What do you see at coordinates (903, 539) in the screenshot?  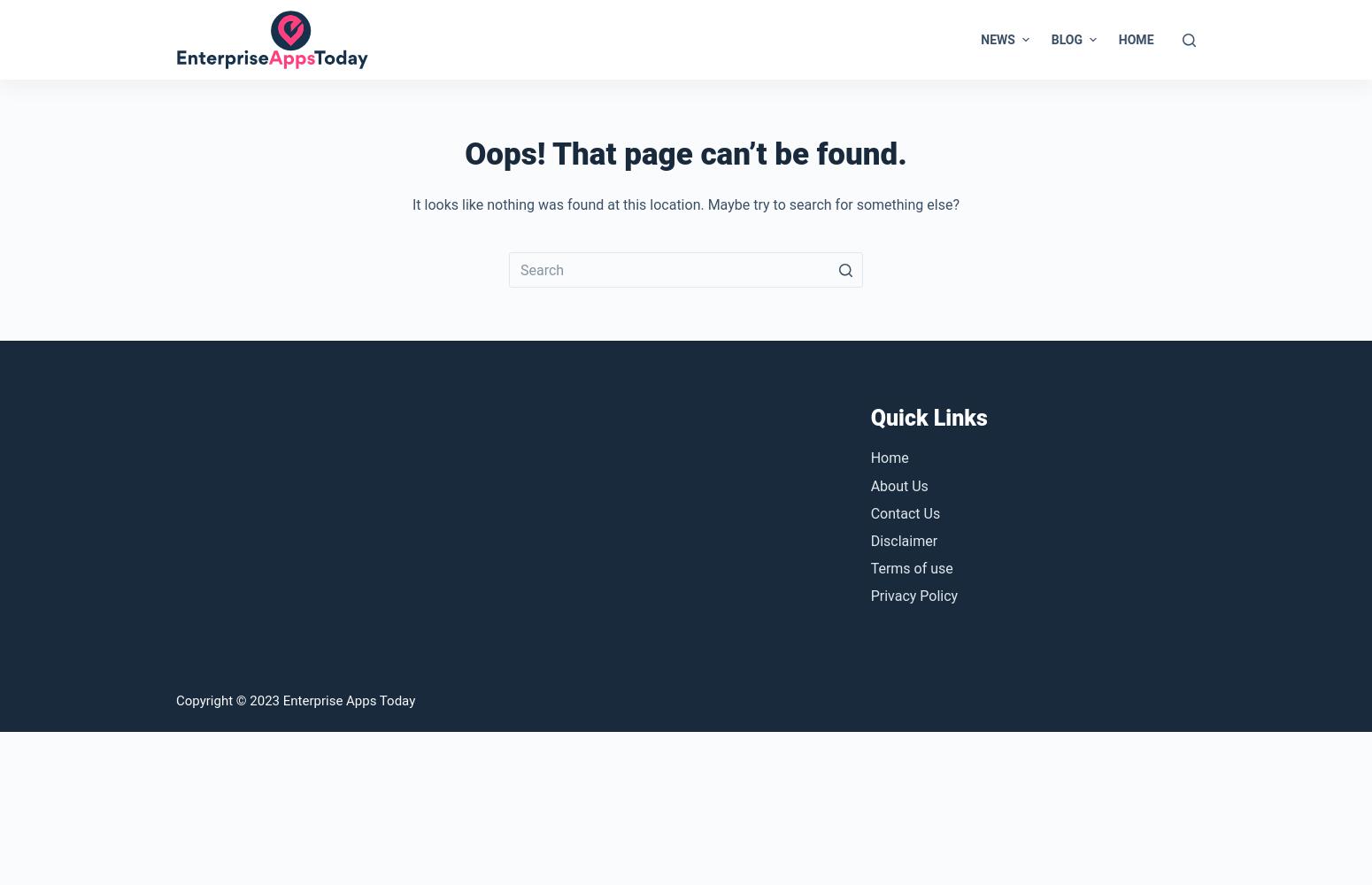 I see `'Disclaimer'` at bounding box center [903, 539].